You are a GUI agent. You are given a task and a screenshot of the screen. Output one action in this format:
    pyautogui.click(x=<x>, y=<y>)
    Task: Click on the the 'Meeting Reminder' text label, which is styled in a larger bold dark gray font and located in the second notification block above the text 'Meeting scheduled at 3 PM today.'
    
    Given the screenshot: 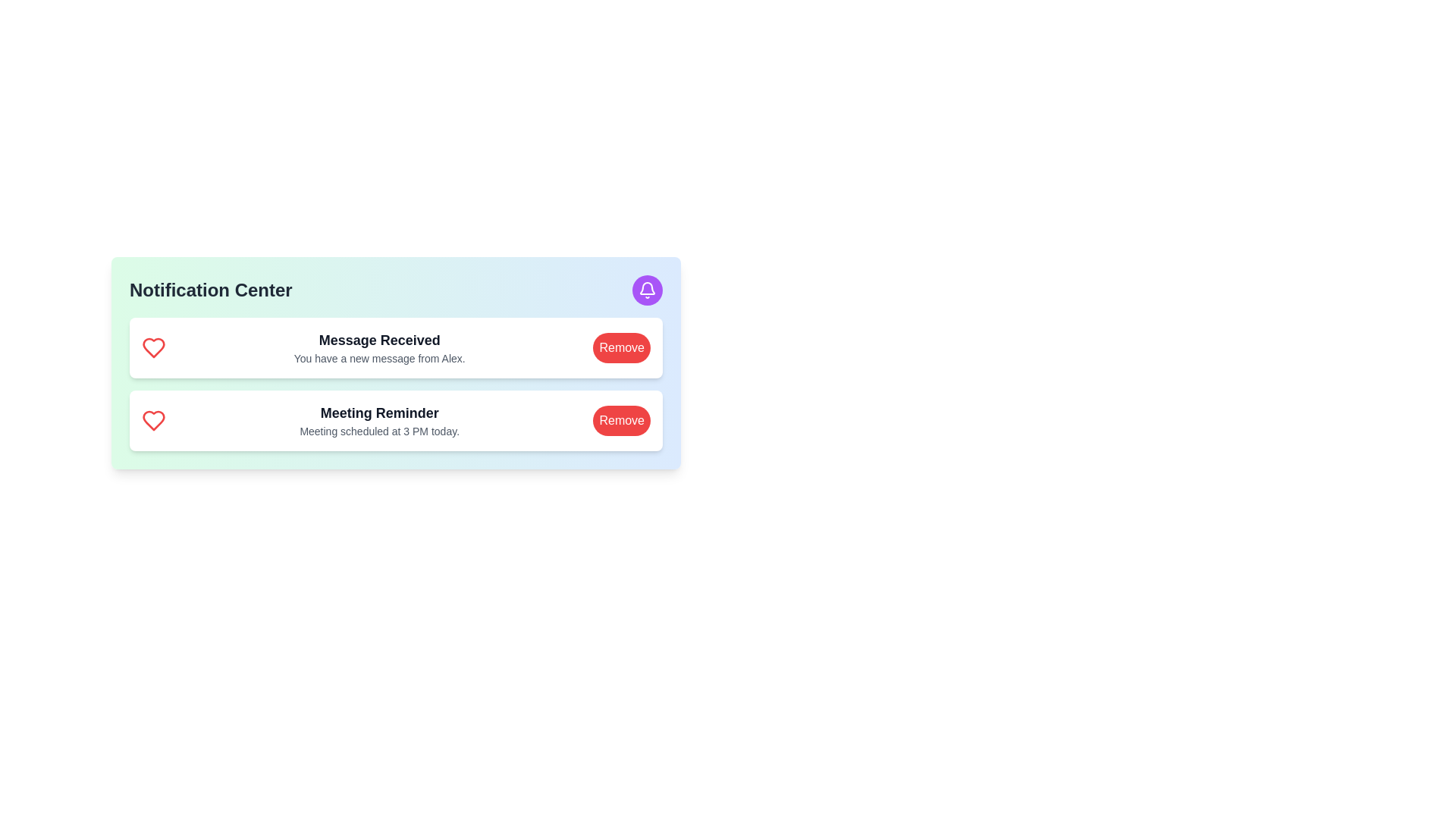 What is the action you would take?
    pyautogui.click(x=379, y=413)
    